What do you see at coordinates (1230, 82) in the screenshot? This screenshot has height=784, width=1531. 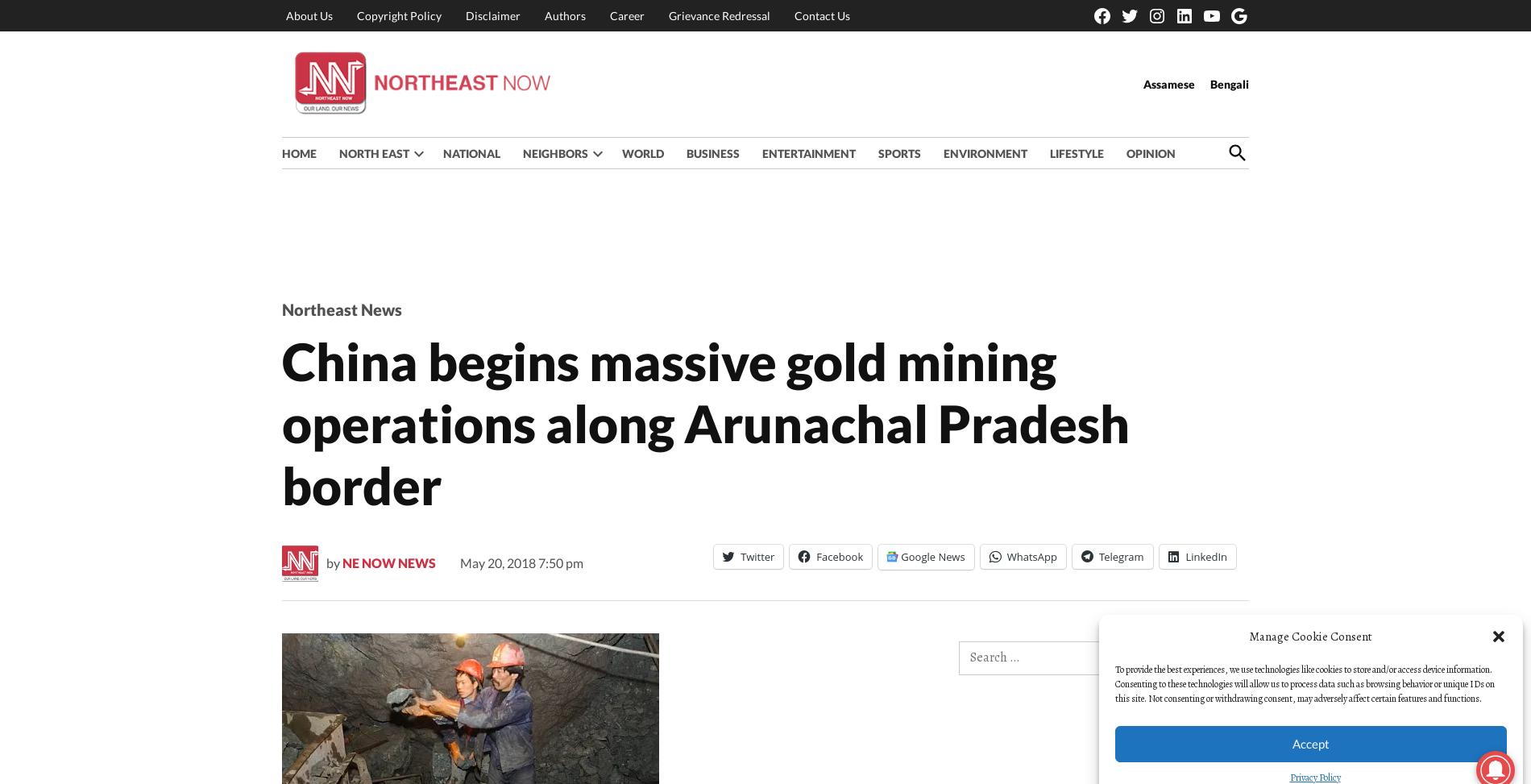 I see `'Bengali'` at bounding box center [1230, 82].